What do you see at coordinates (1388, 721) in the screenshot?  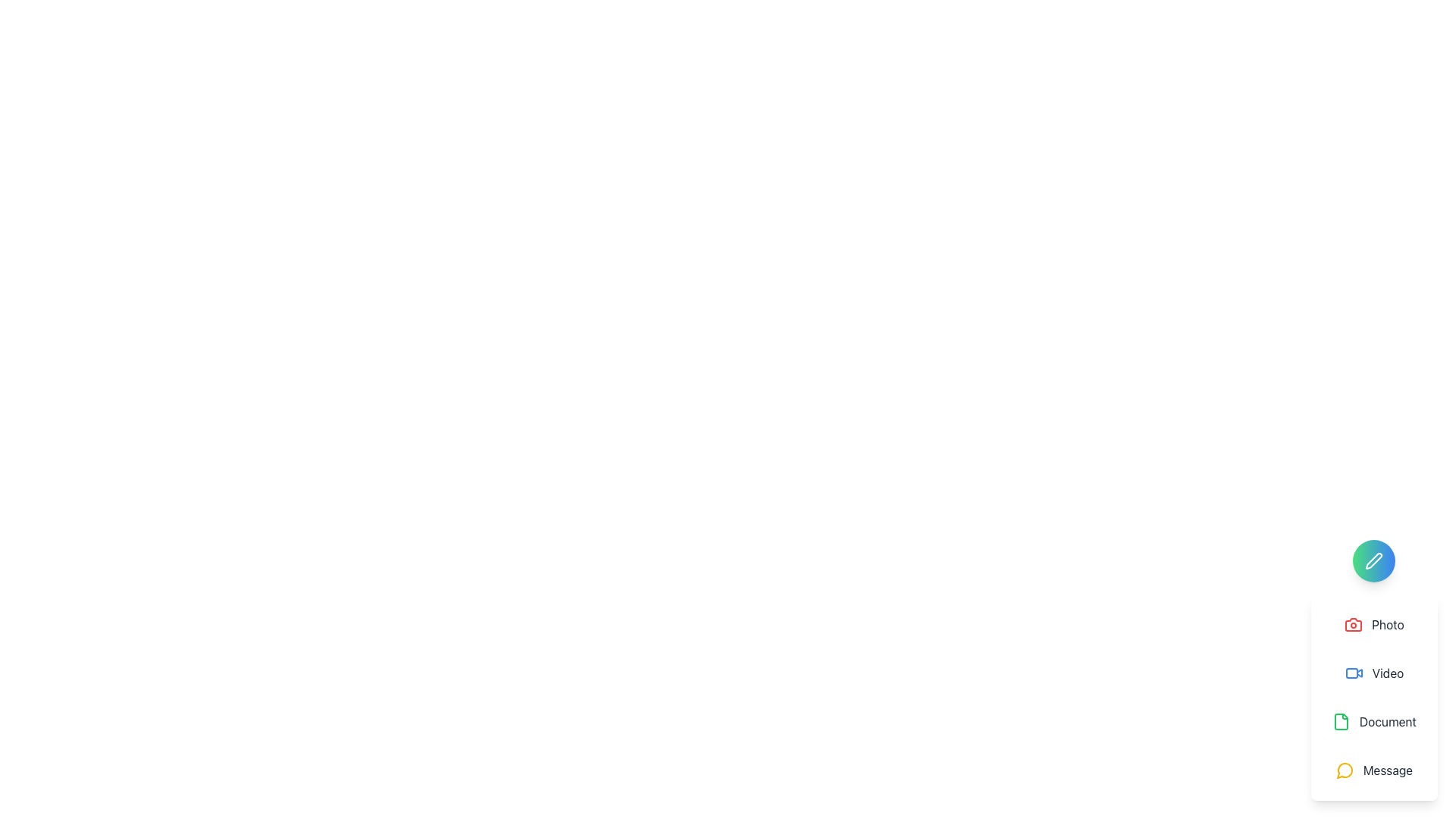 I see `the text label in the third position of the vertical stack in the right-side menu panel` at bounding box center [1388, 721].